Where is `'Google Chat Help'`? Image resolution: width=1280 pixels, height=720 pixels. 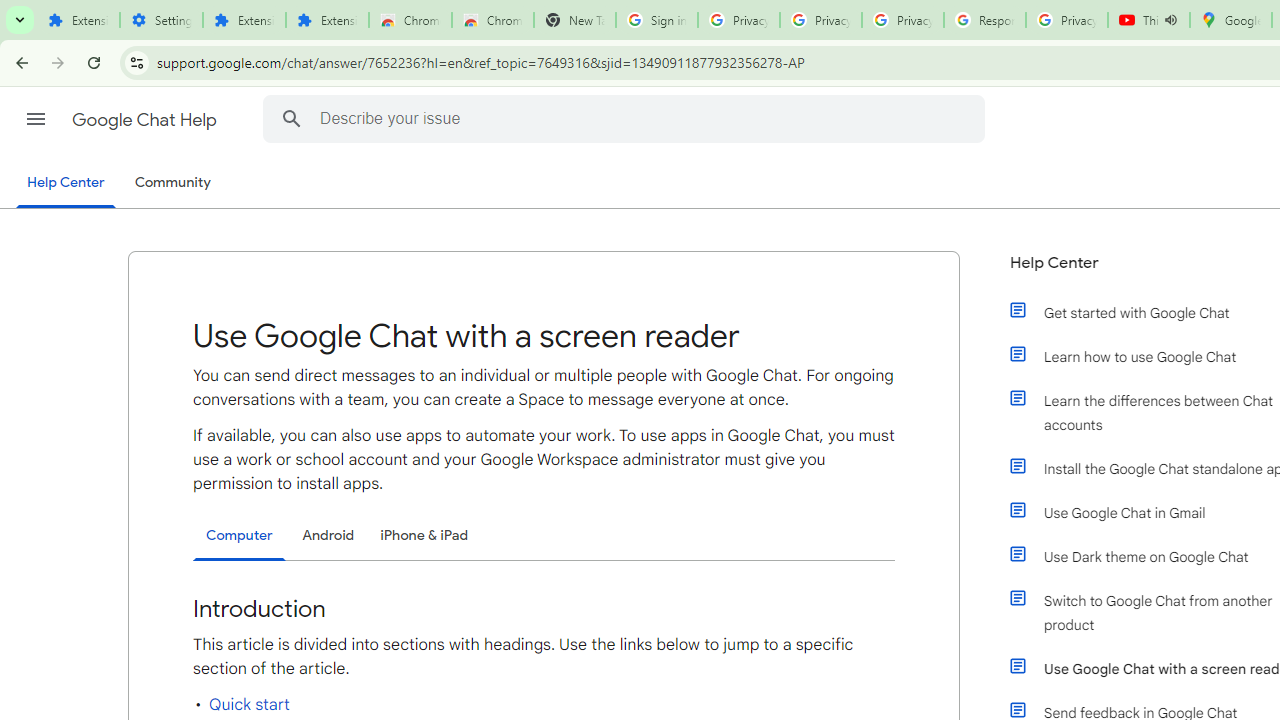 'Google Chat Help' is located at coordinates (145, 119).